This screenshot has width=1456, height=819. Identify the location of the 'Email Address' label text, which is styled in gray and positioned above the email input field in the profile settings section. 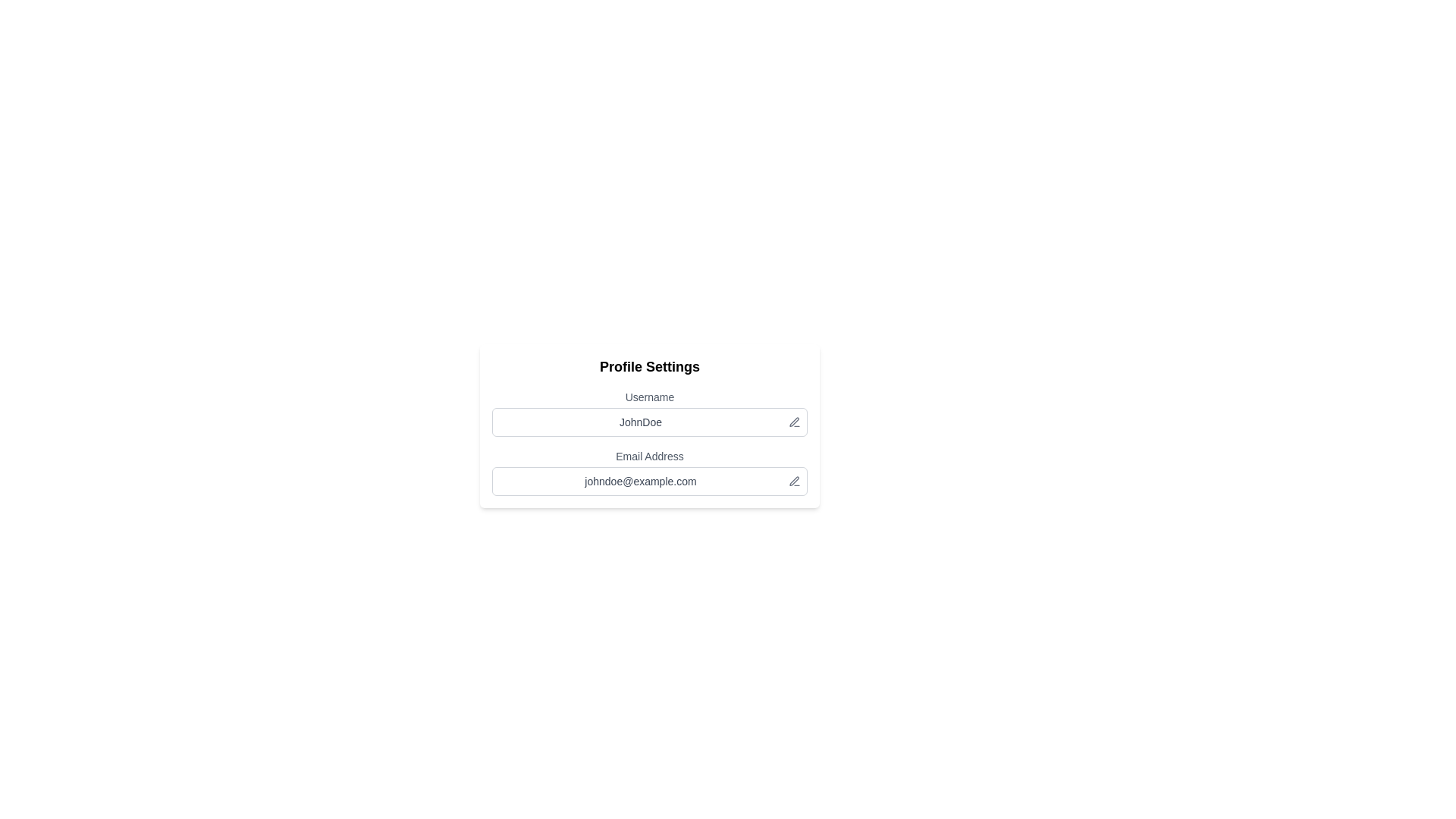
(650, 455).